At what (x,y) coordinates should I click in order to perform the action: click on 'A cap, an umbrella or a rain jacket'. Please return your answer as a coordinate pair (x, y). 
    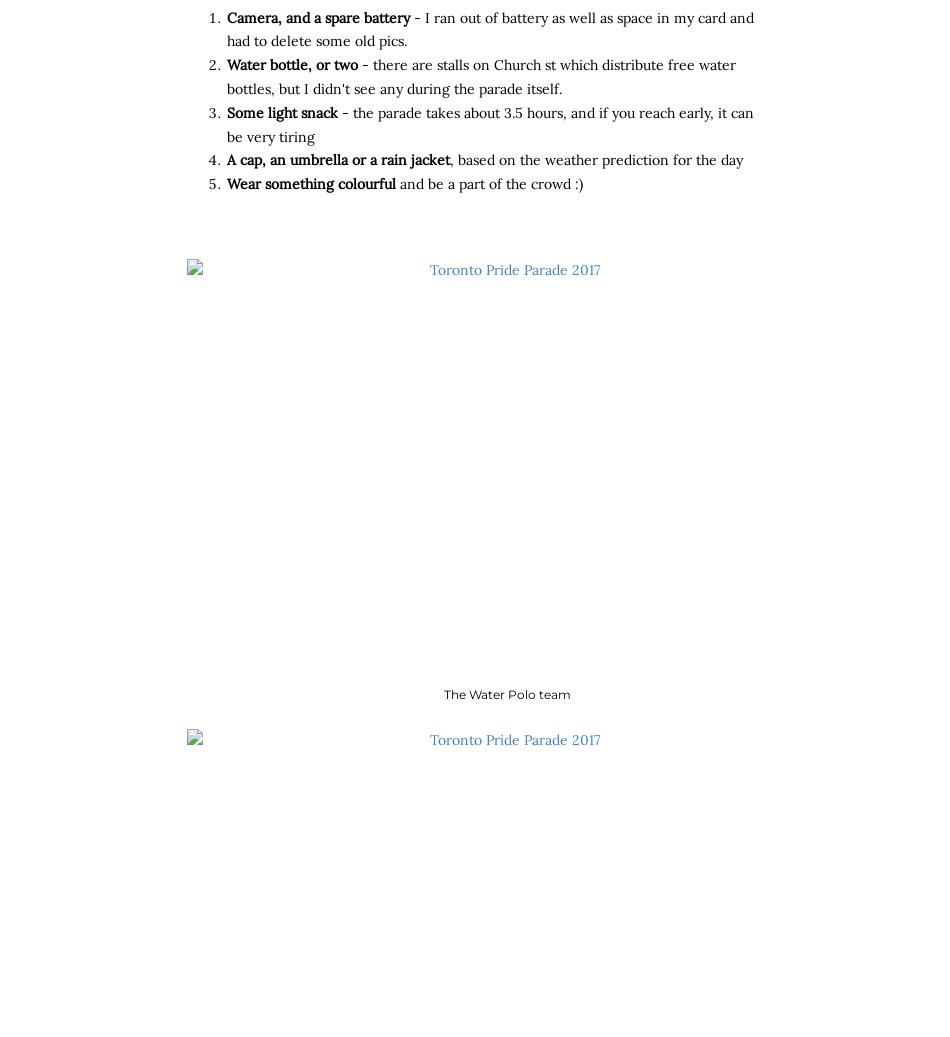
    Looking at the image, I should click on (337, 159).